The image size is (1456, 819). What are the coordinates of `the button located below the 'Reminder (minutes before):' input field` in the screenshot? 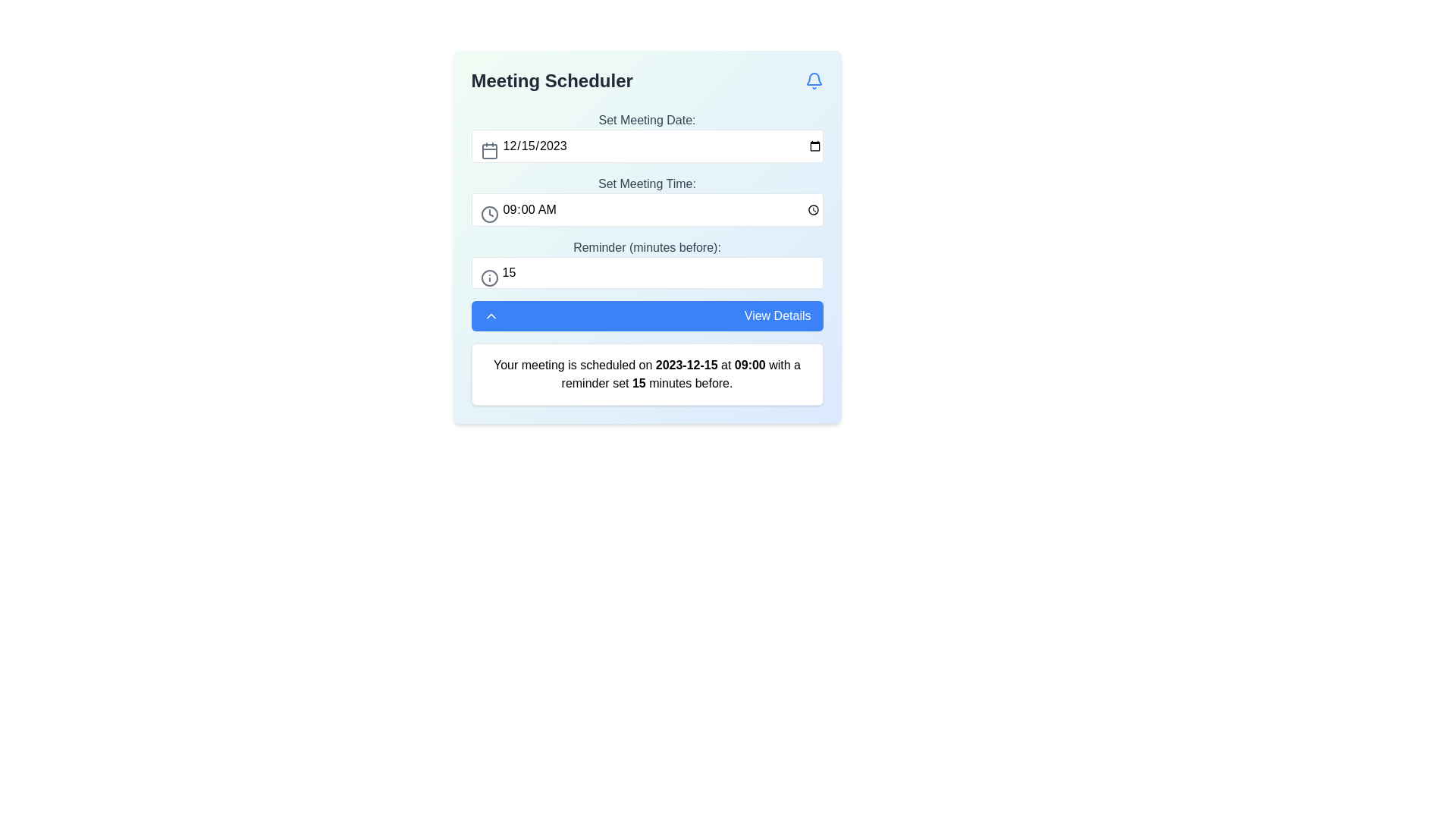 It's located at (647, 315).